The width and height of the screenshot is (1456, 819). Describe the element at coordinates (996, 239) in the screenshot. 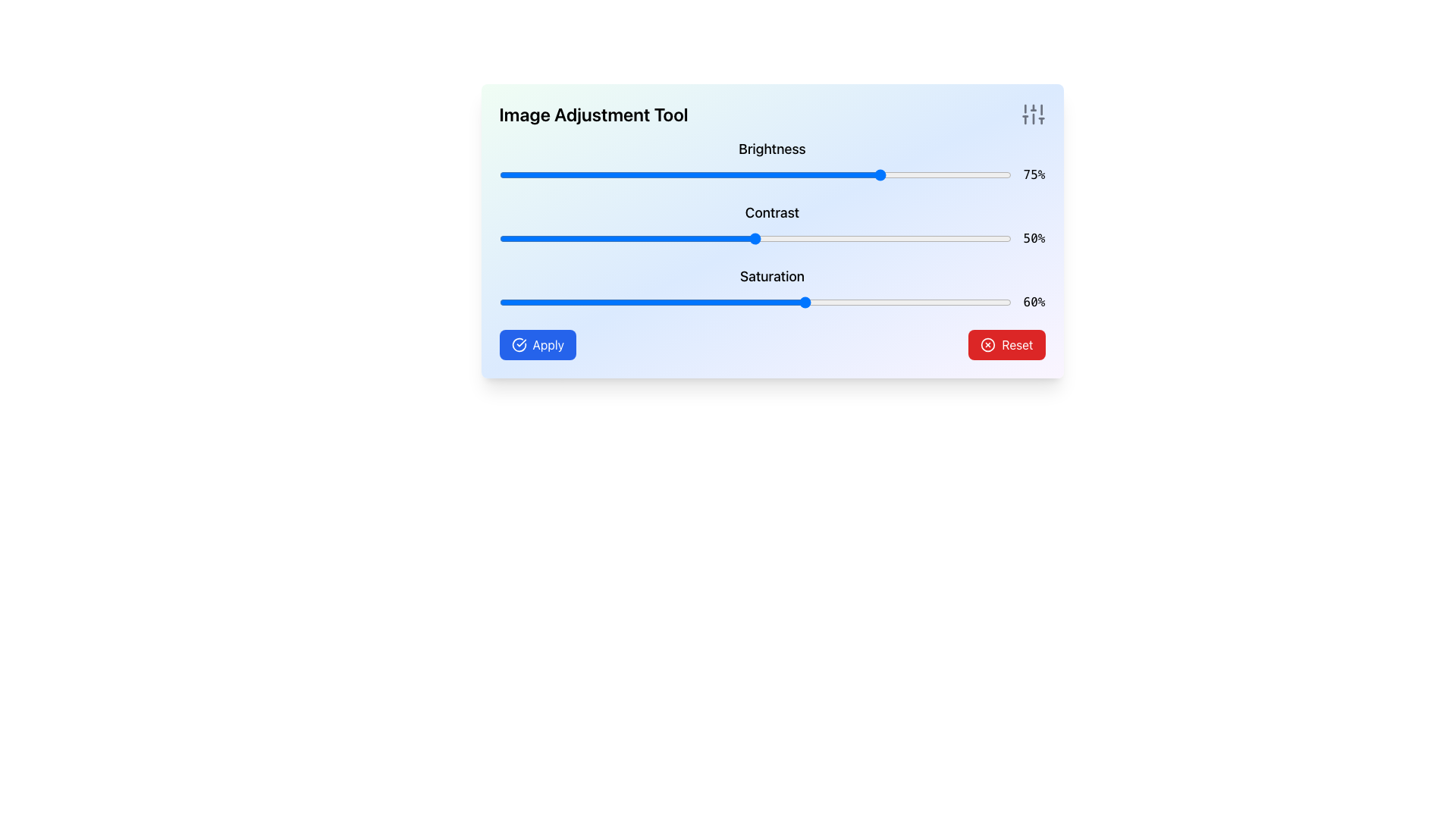

I see `the contrast value` at that location.